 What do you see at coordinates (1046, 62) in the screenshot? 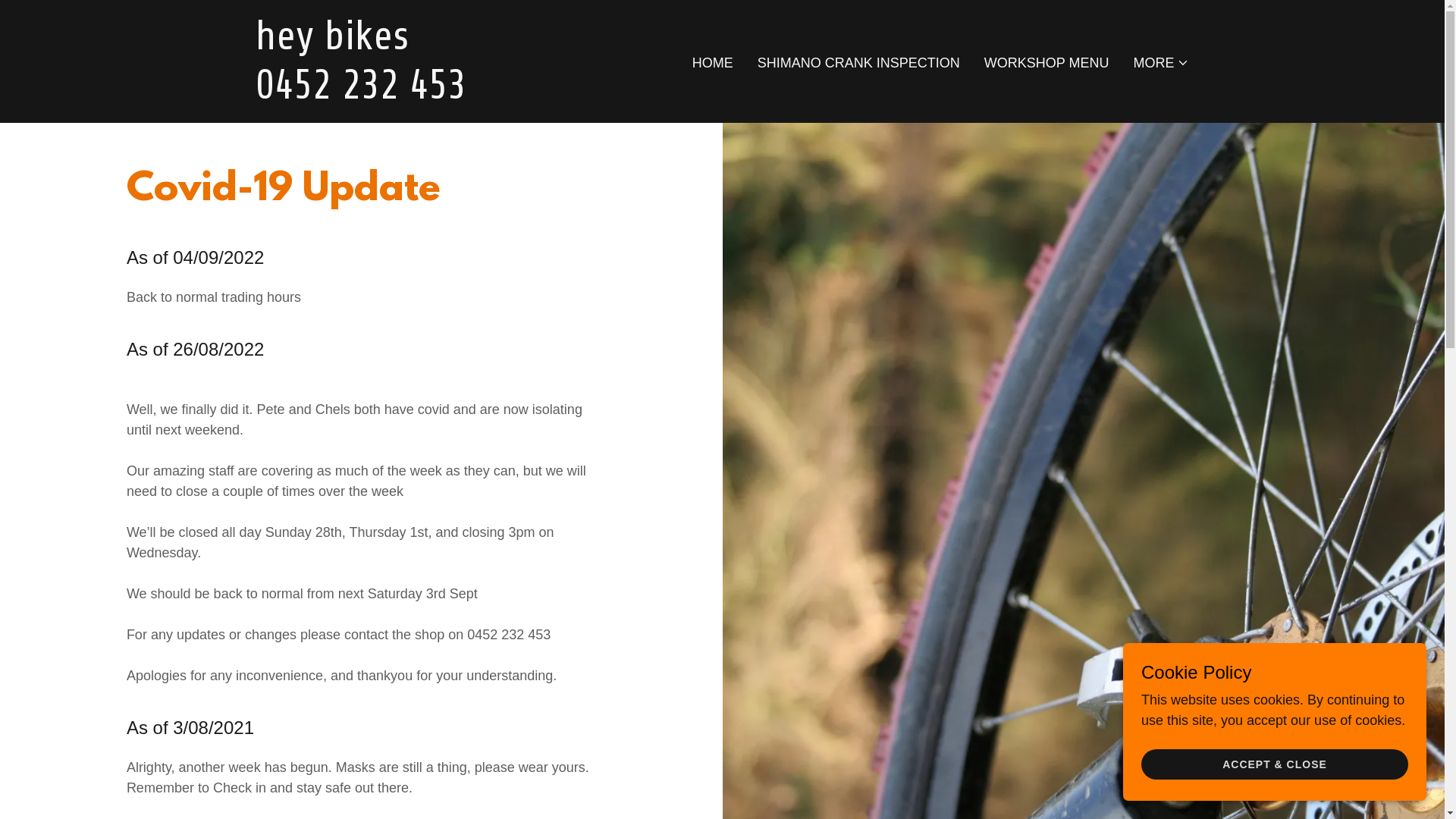
I see `'WORKSHOP MENU'` at bounding box center [1046, 62].